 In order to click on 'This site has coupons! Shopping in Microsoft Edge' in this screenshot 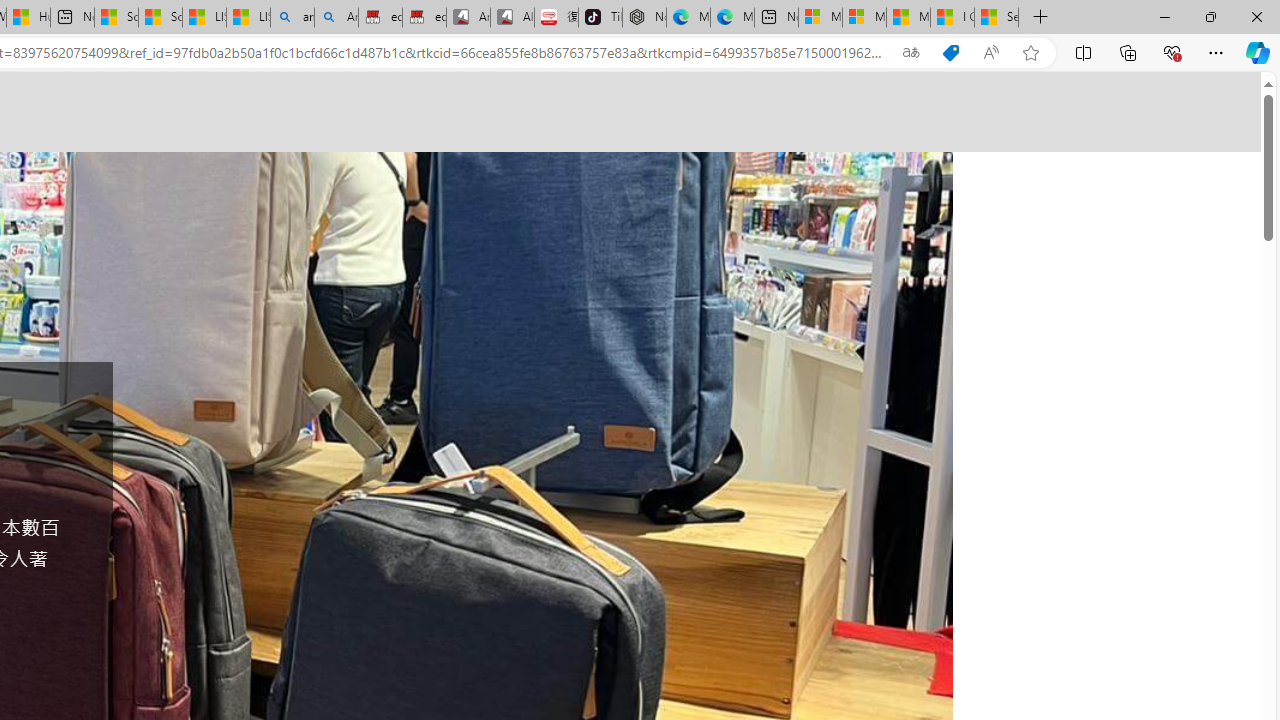, I will do `click(950, 52)`.